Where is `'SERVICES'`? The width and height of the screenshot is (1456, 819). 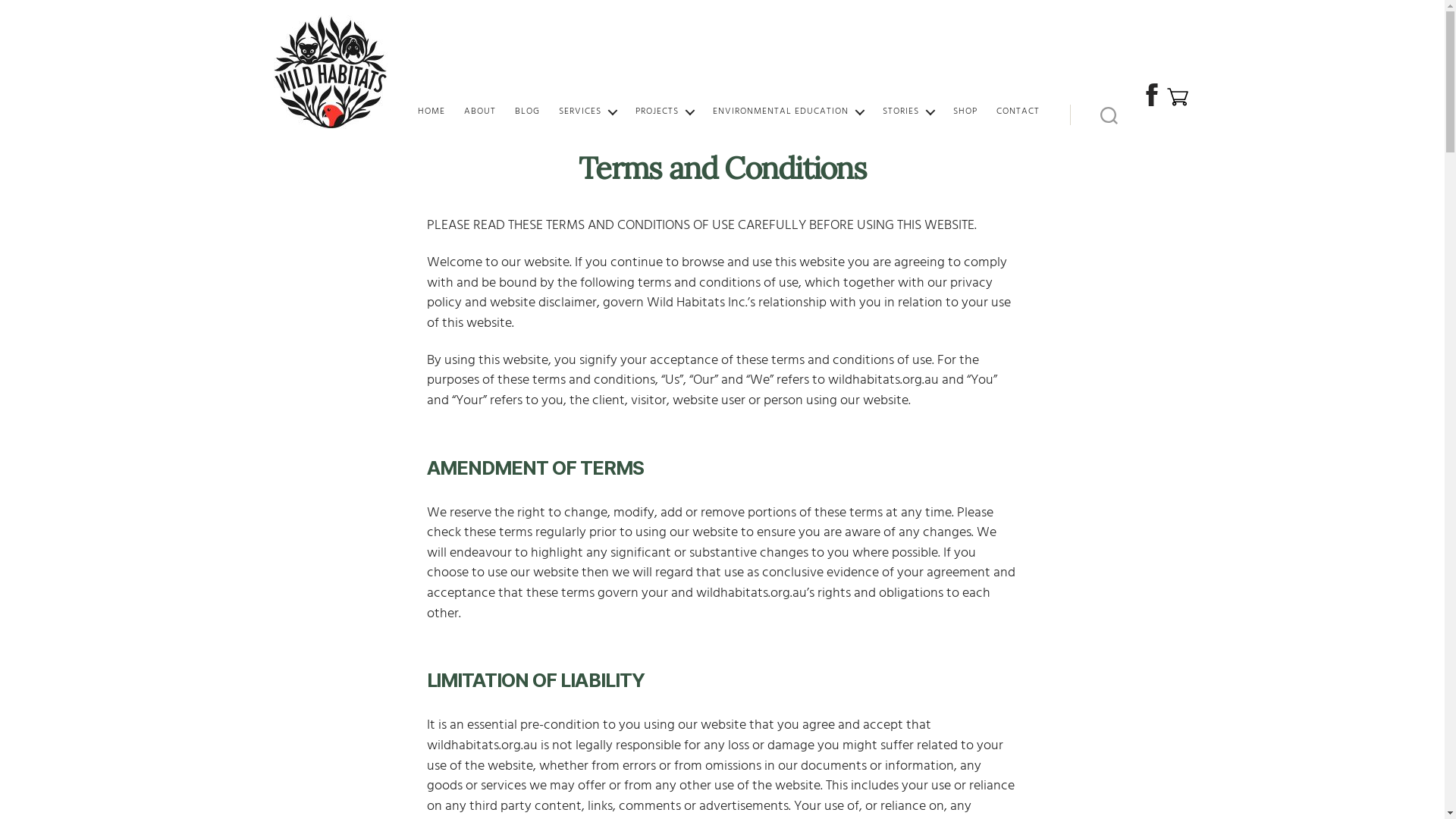
'SERVICES' is located at coordinates (586, 110).